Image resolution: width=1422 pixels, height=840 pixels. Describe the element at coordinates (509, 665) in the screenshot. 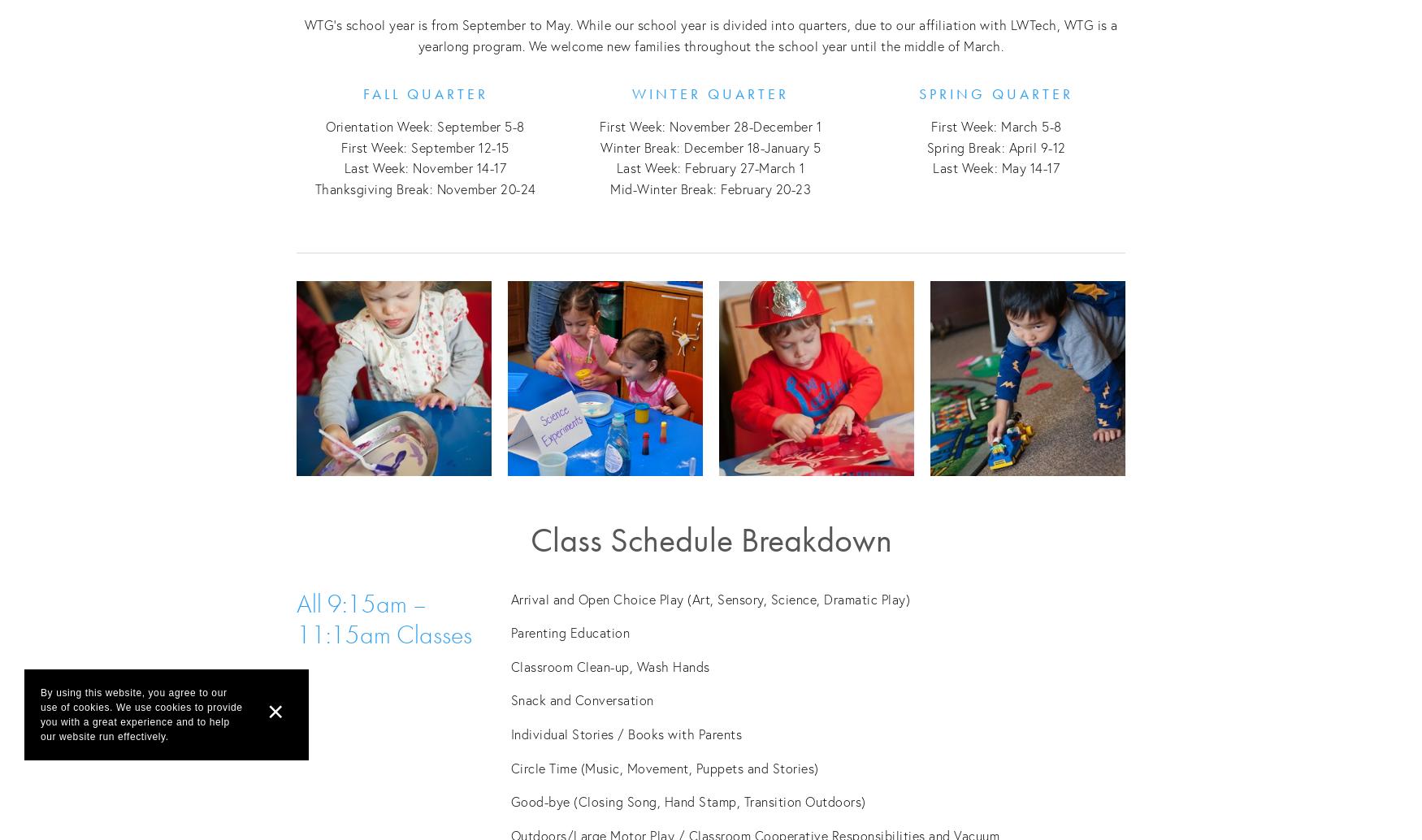

I see `'Classroom Clean-up, Wash Hands'` at that location.